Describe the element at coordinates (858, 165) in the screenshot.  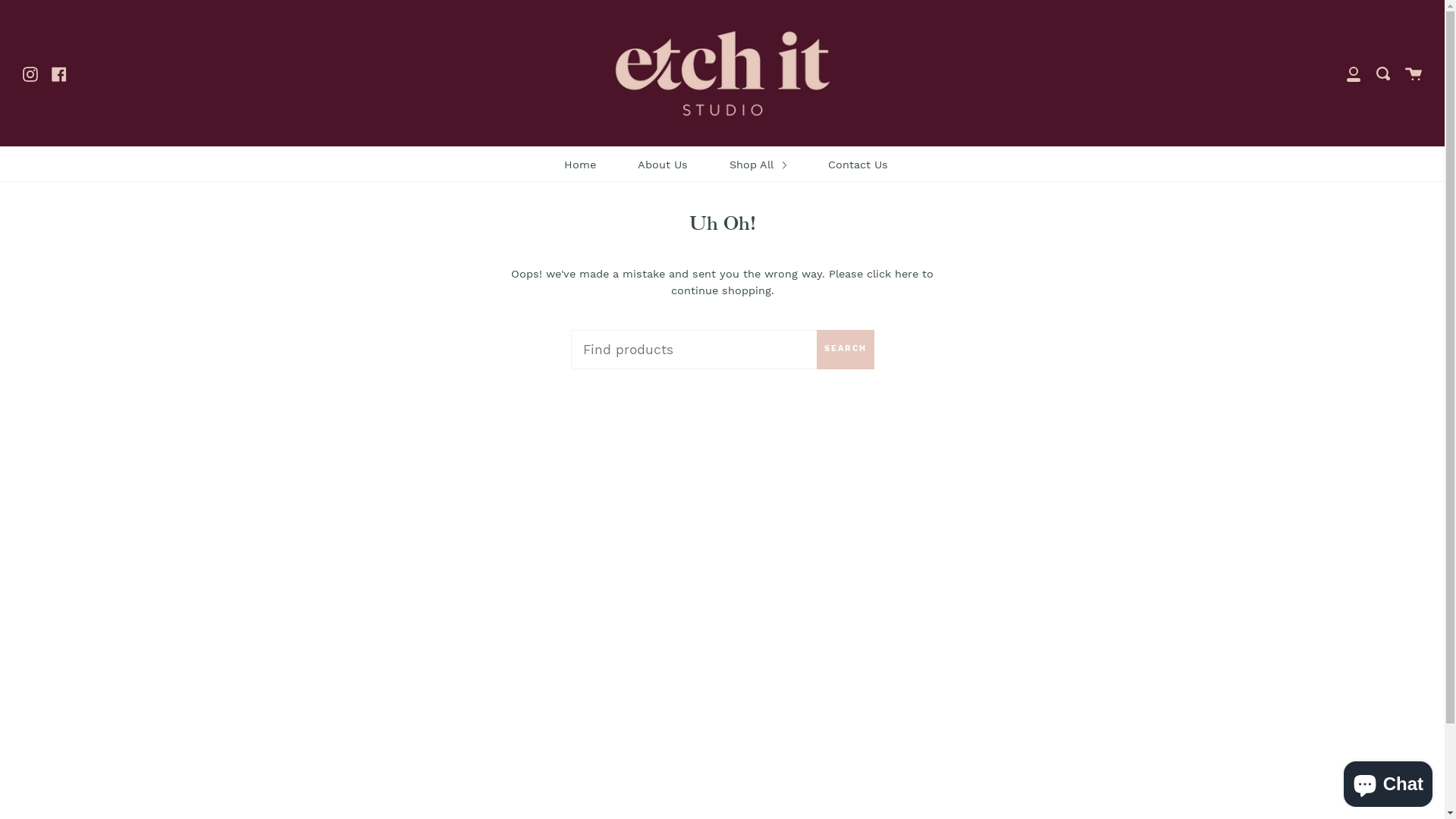
I see `'Contact Us'` at that location.